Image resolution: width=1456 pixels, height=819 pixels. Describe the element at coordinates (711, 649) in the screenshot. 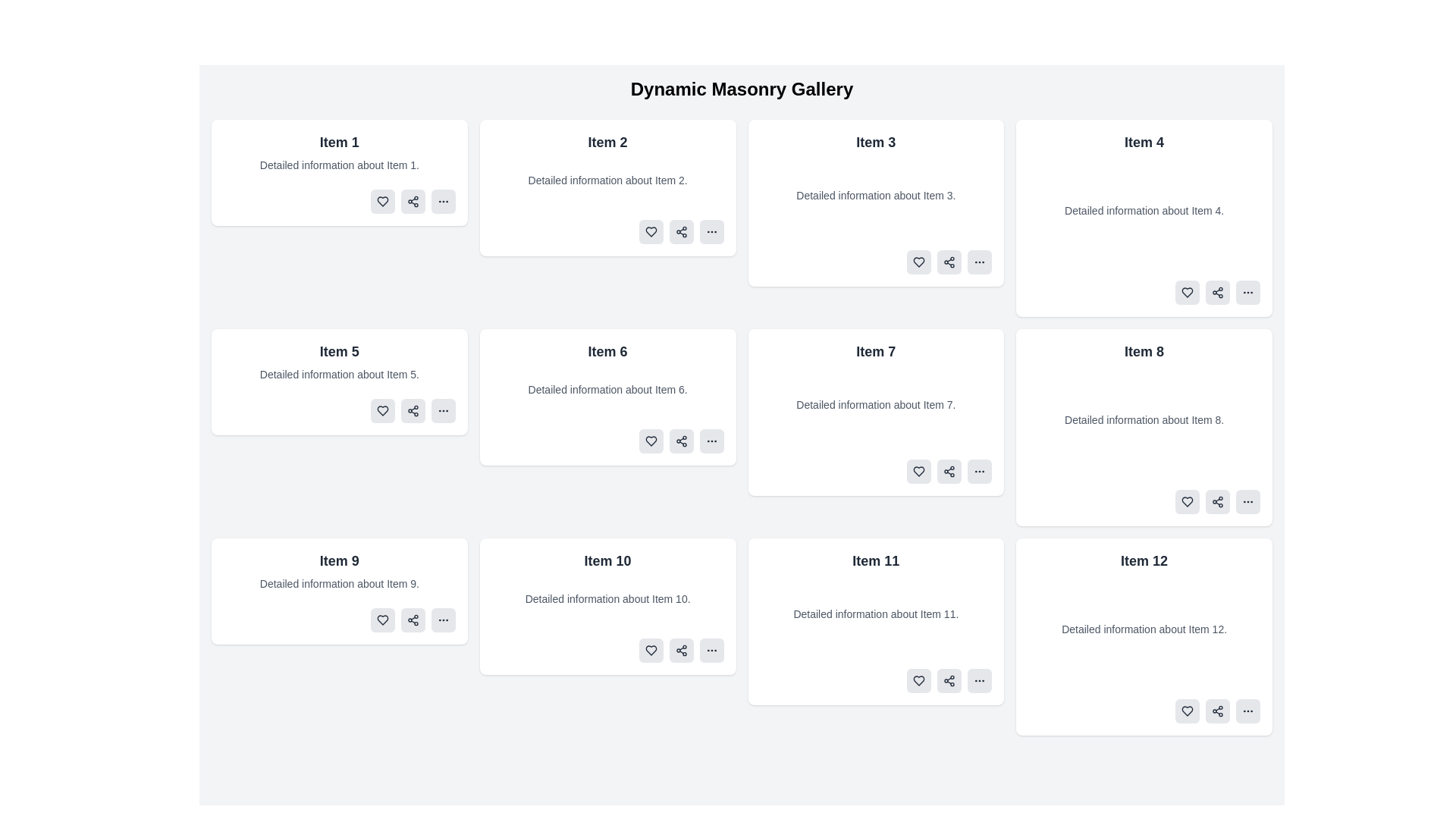

I see `the Three-dot menu icon located at the bottom-right corner of the 'Item 10' card` at that location.